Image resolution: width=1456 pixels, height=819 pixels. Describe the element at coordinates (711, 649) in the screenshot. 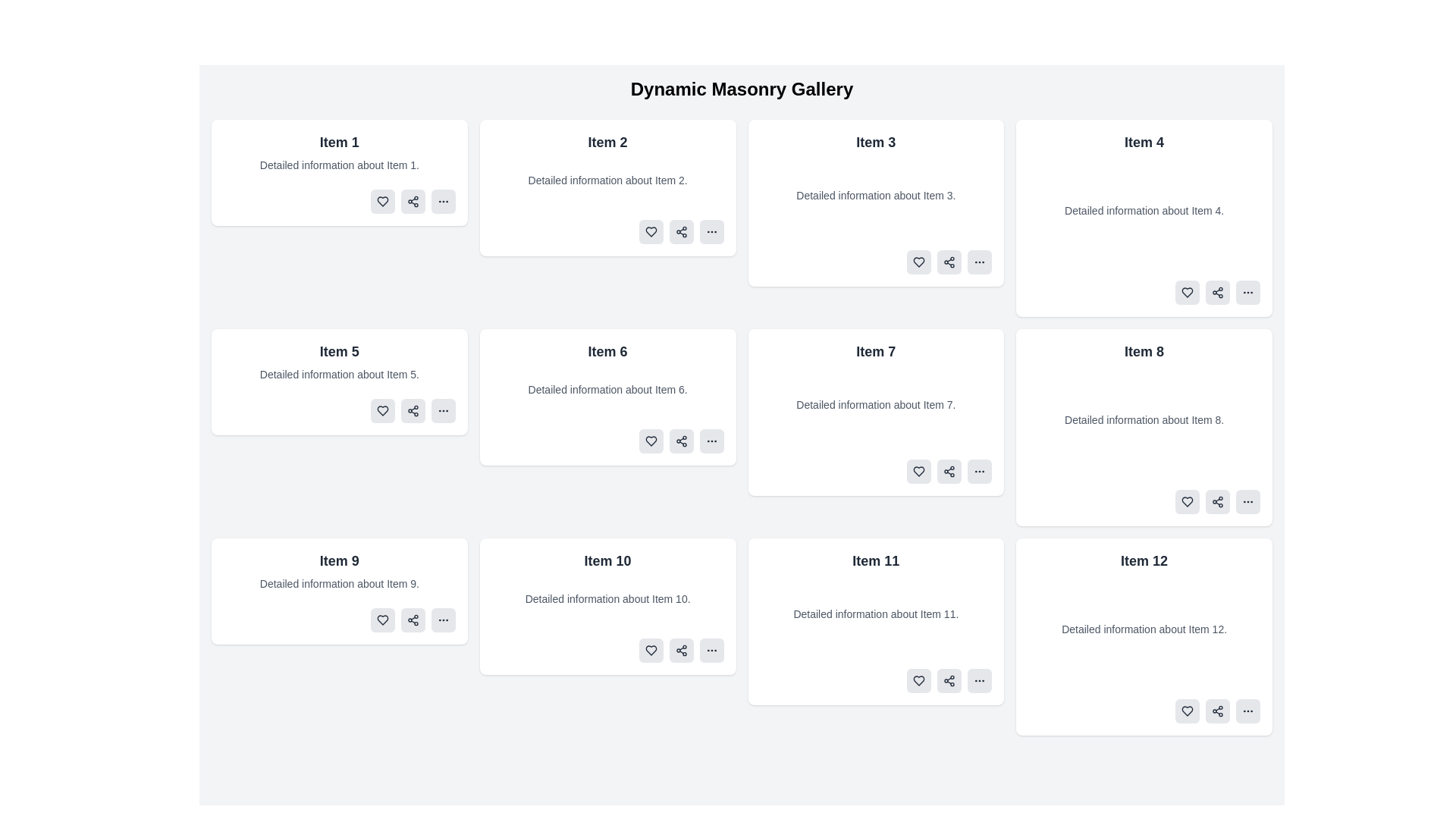

I see `the Three-dot menu icon located at the bottom-right corner of the 'Item 10' card` at that location.